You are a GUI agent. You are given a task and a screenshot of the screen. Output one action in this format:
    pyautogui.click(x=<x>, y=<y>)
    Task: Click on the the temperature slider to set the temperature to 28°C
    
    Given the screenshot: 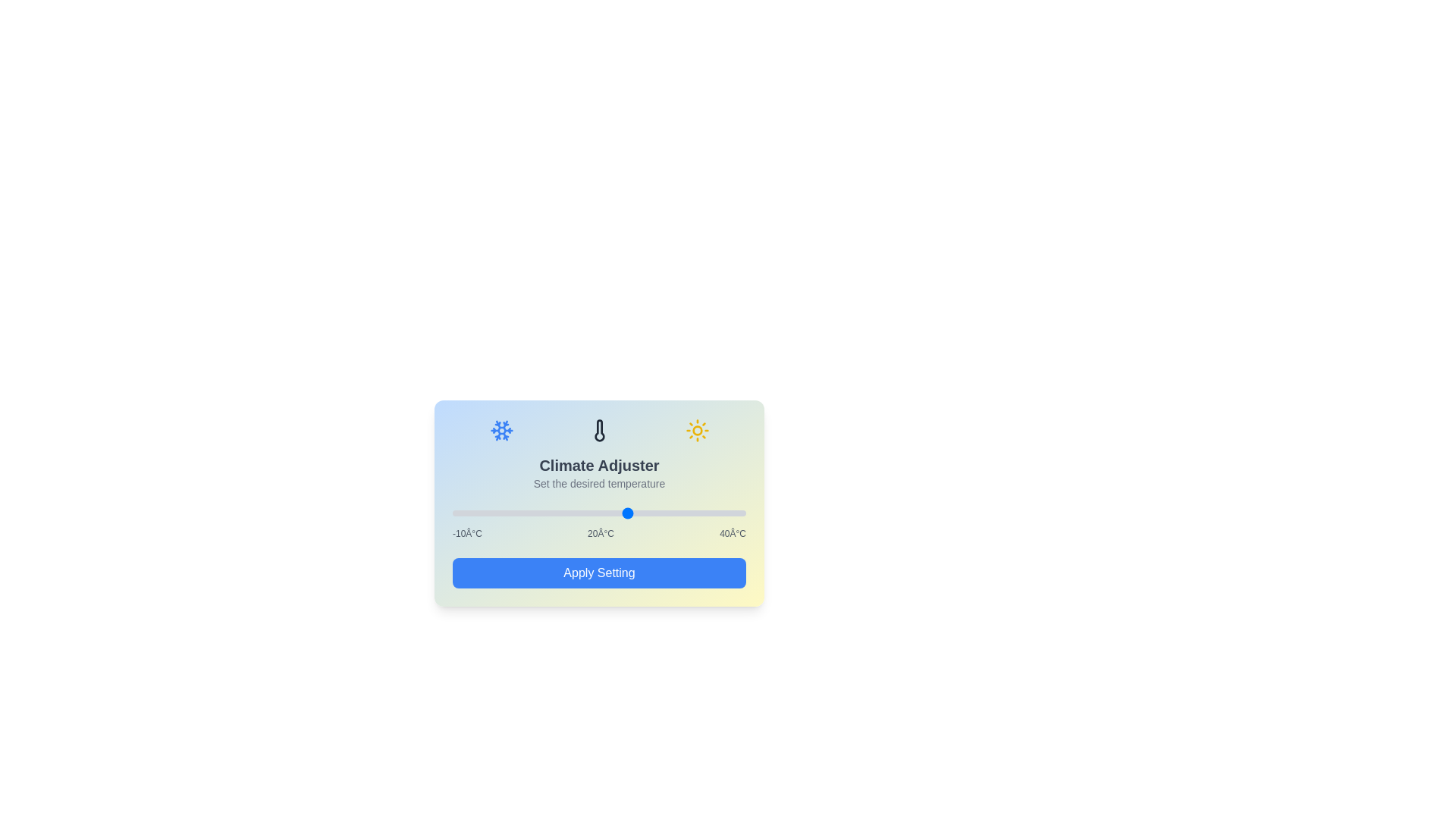 What is the action you would take?
    pyautogui.click(x=675, y=513)
    